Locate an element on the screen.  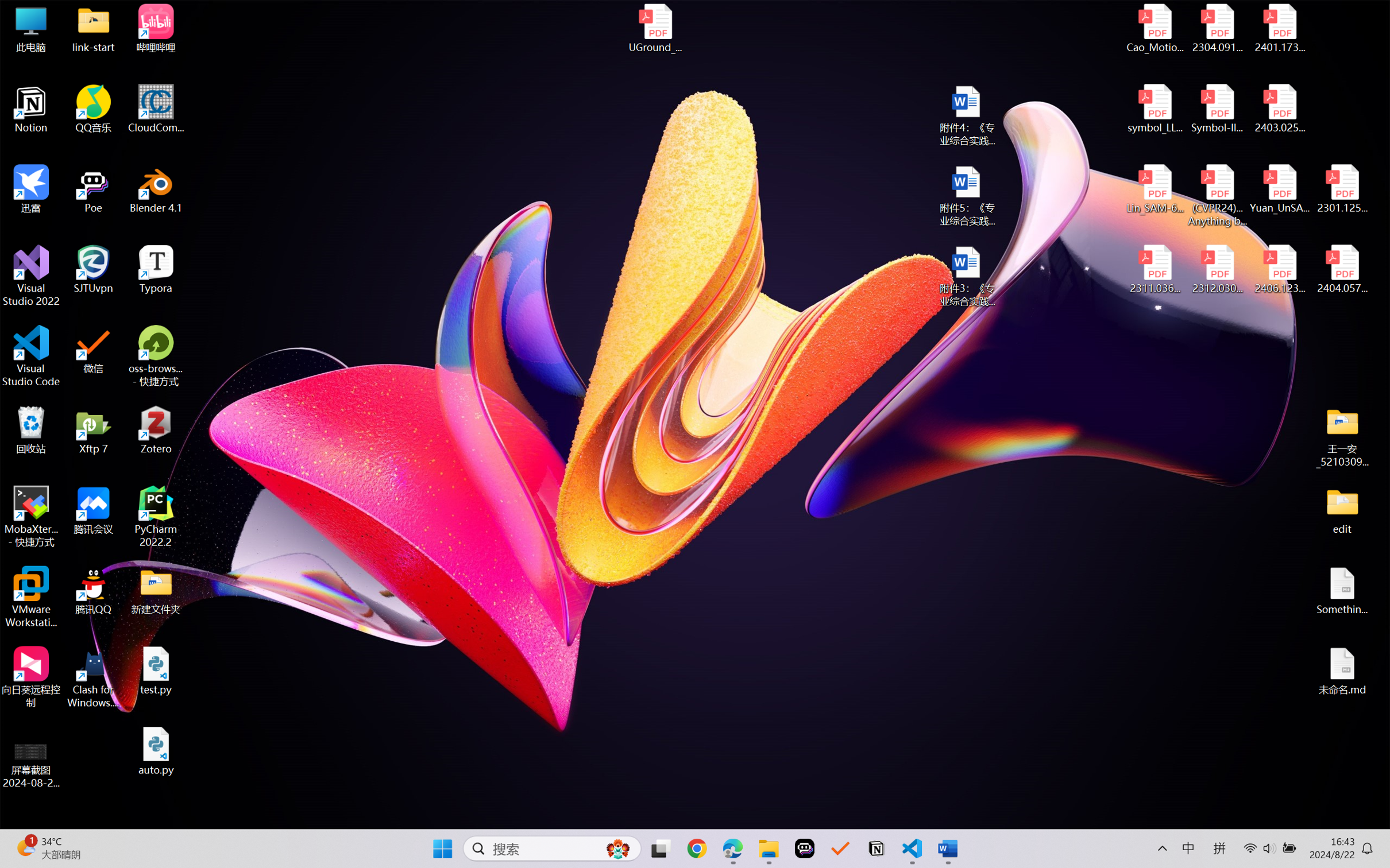
'symbol_LLM.pdf' is located at coordinates (1155, 109).